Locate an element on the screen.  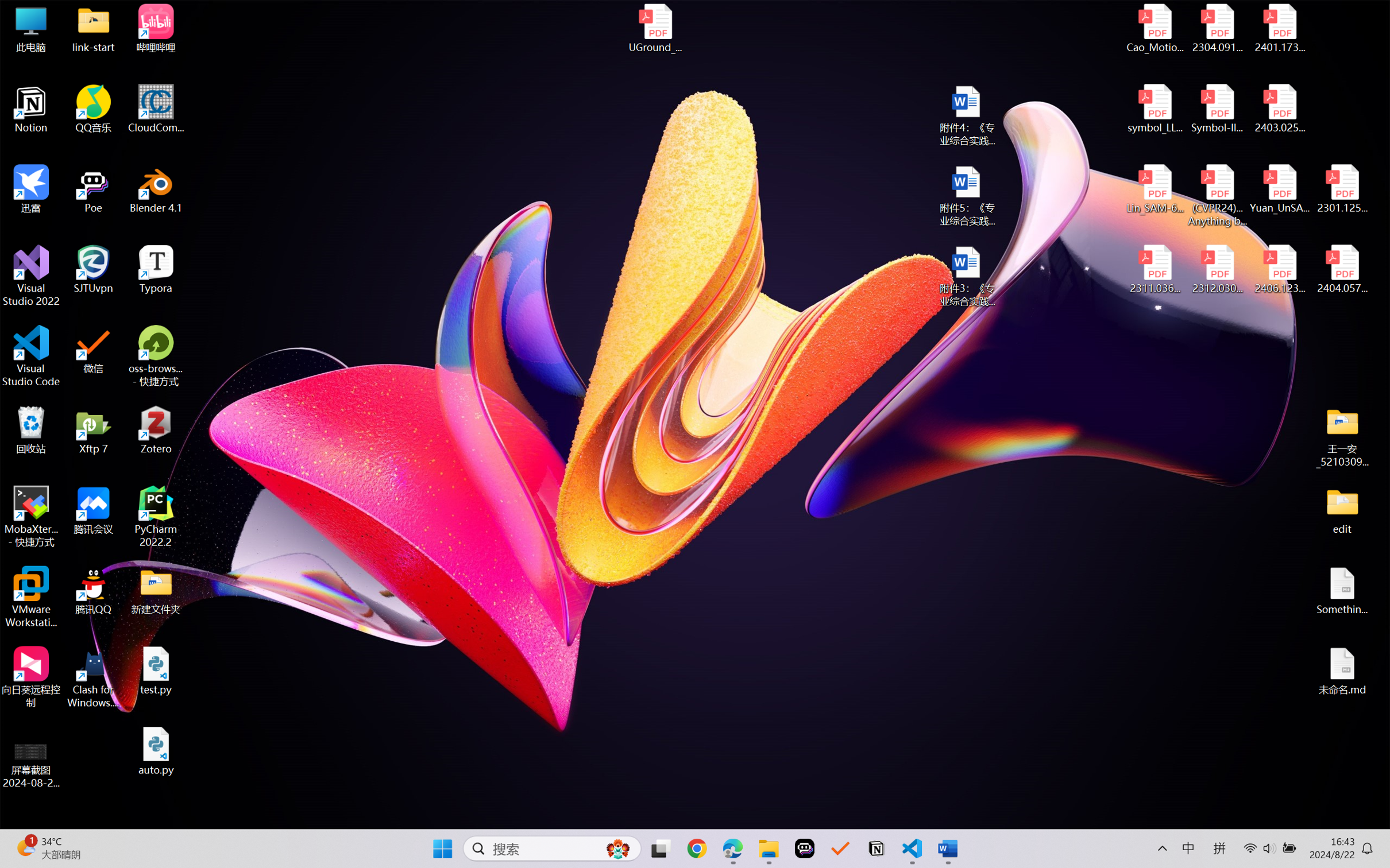
'symbol_LLM.pdf' is located at coordinates (1155, 109).